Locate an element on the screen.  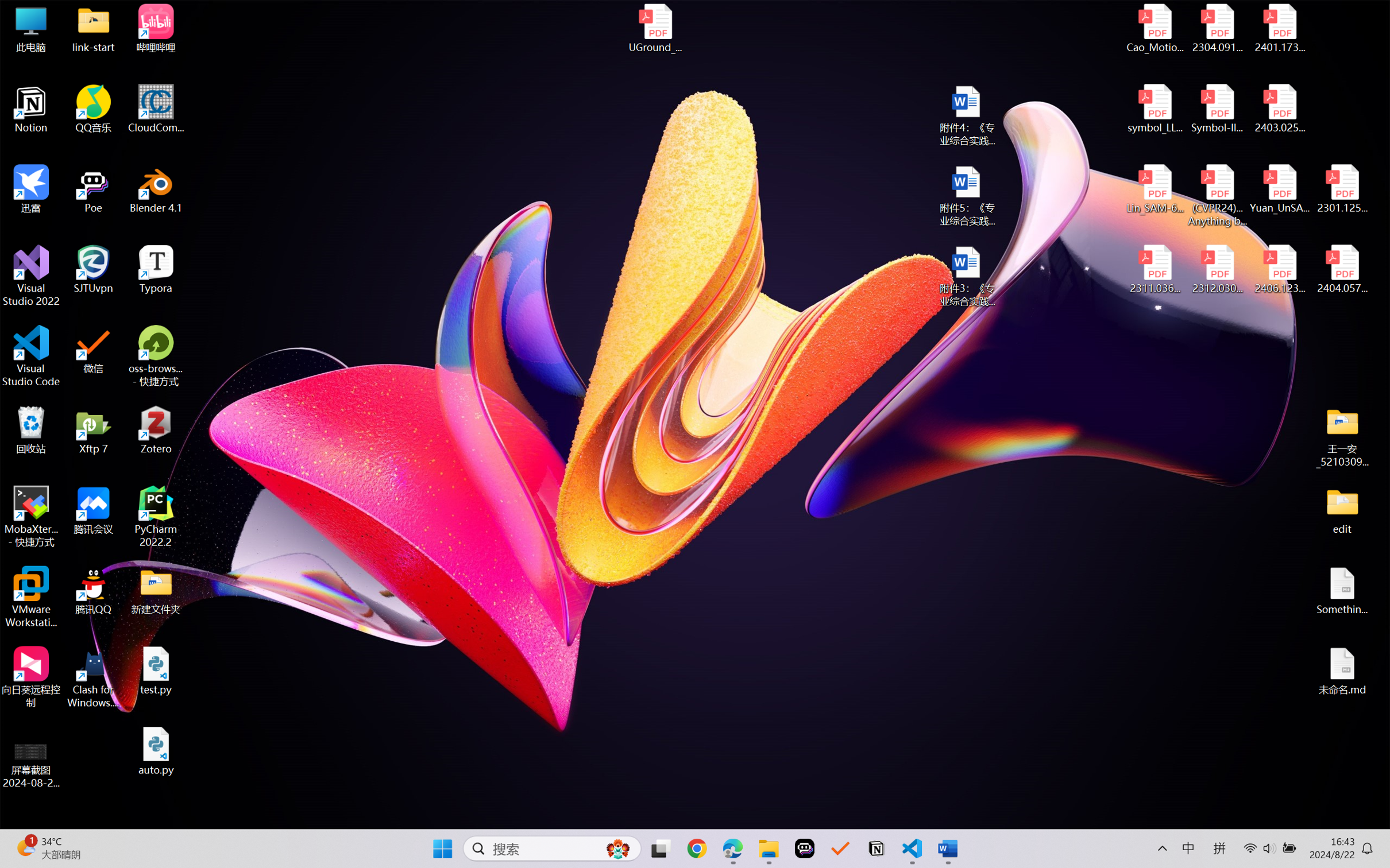
'symbol_LLM.pdf' is located at coordinates (1155, 109).